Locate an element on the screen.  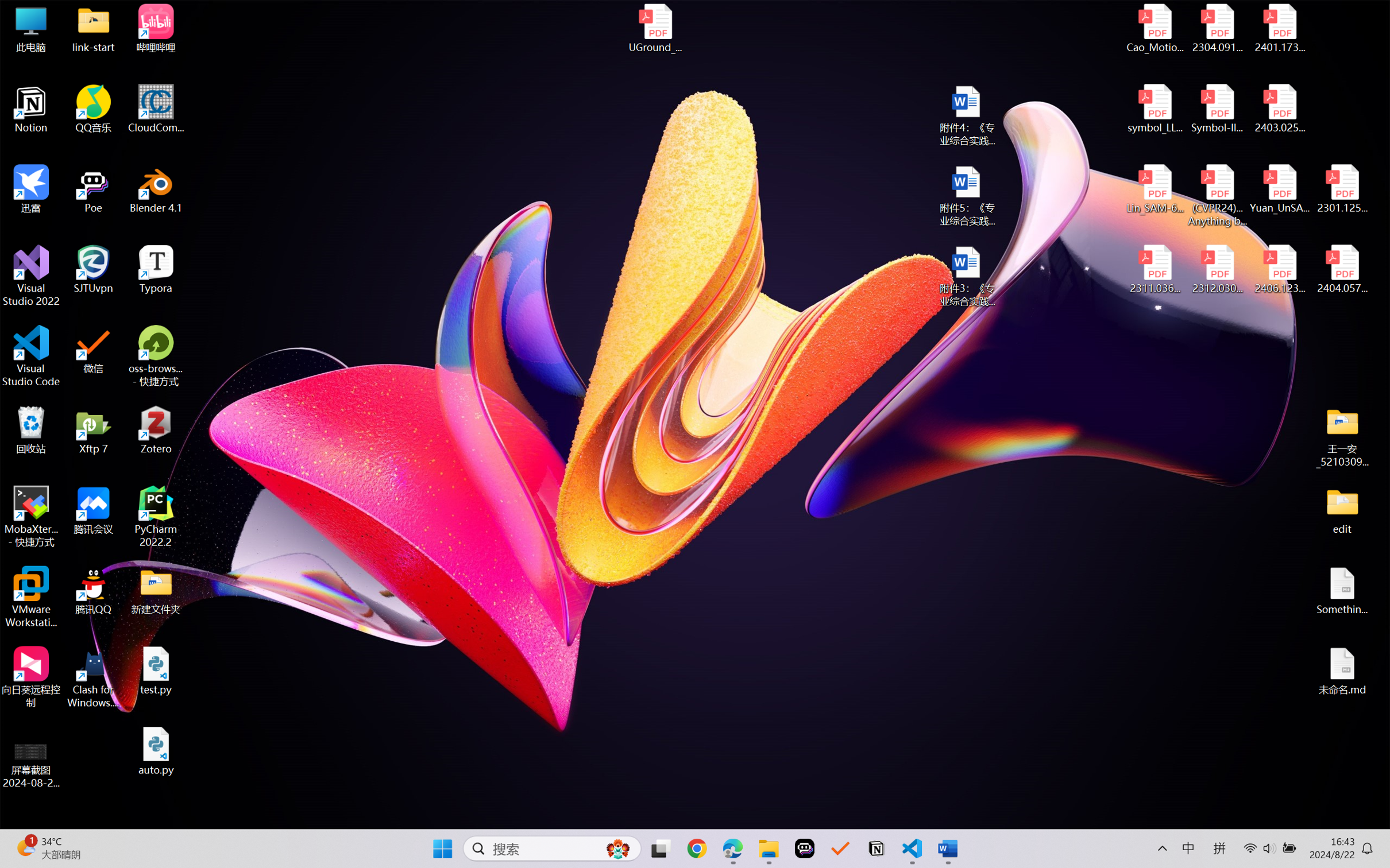
'symbol_LLM.pdf' is located at coordinates (1155, 109).